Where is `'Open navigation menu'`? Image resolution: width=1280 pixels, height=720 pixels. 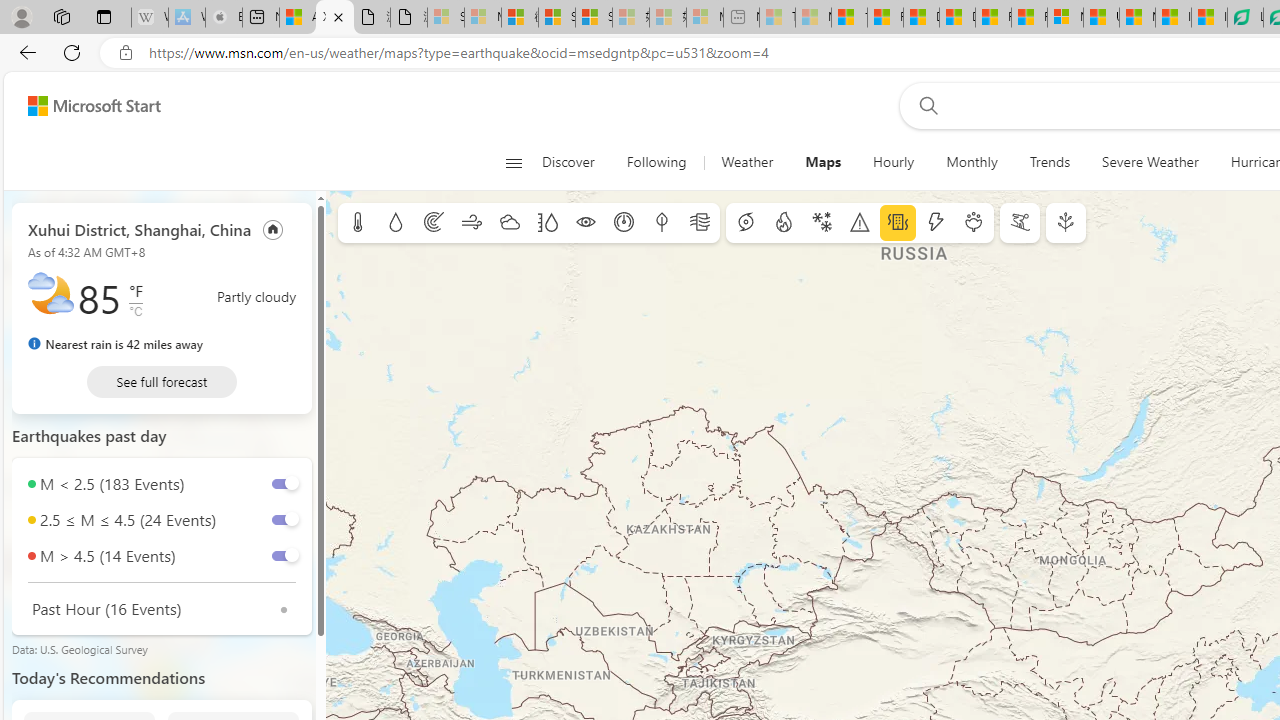 'Open navigation menu' is located at coordinates (513, 162).